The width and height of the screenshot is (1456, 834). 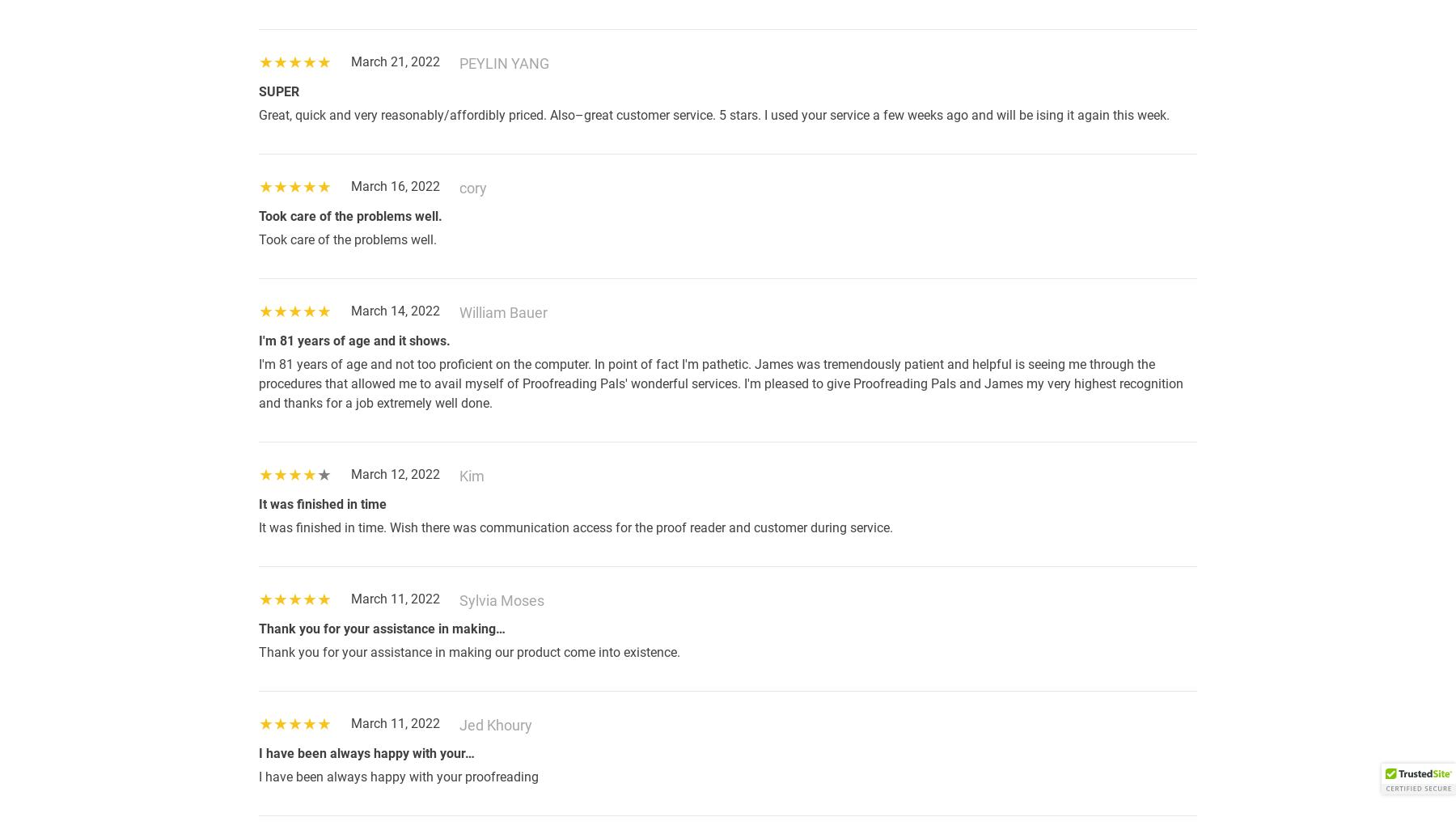 I want to click on 'March 16, 2022', so click(x=395, y=186).